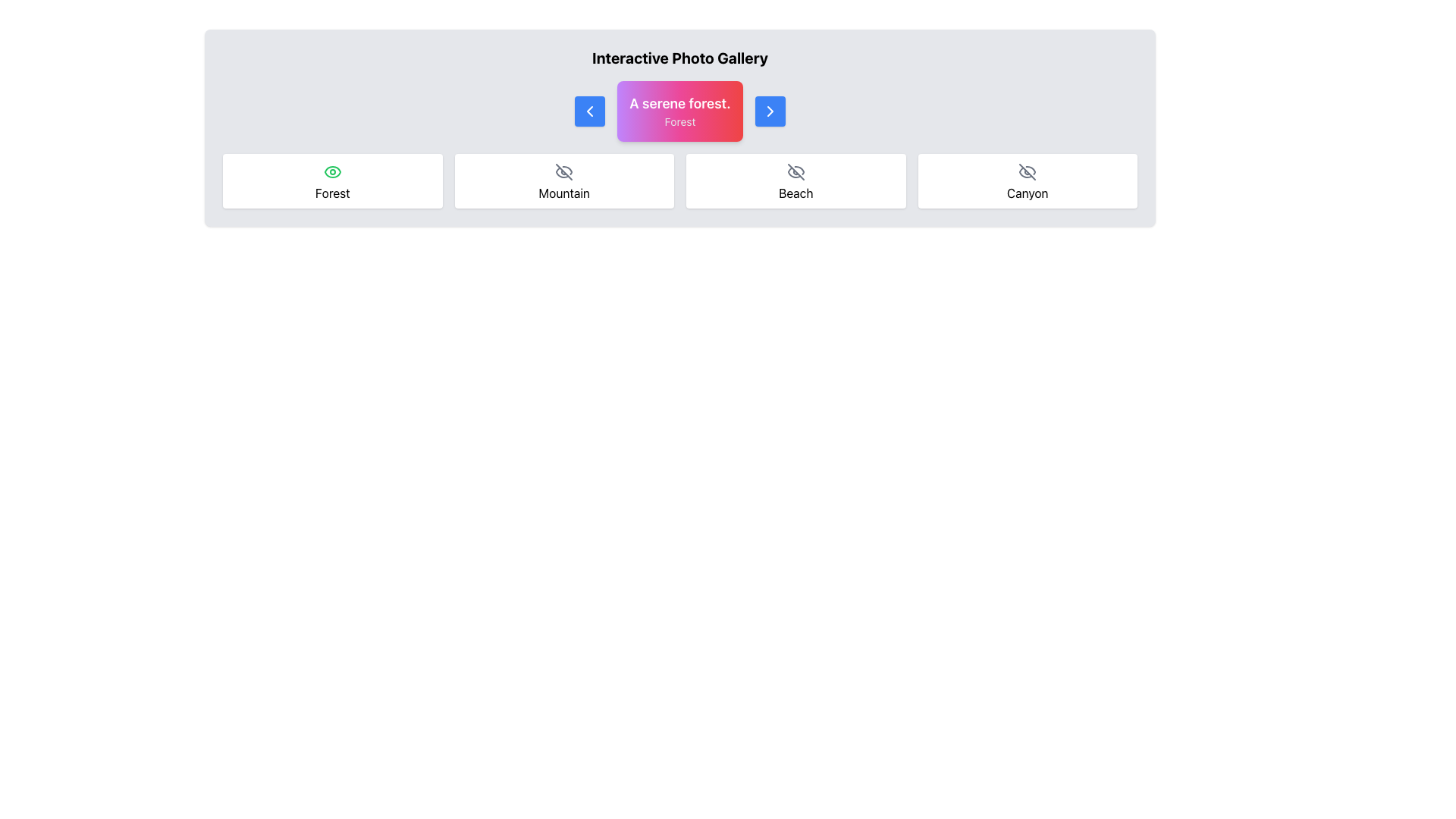 This screenshot has height=819, width=1456. Describe the element at coordinates (770, 110) in the screenshot. I see `the rightward-pointing chevron arrow within the light blue square button to proceed in the interactive photo gallery interface` at that location.